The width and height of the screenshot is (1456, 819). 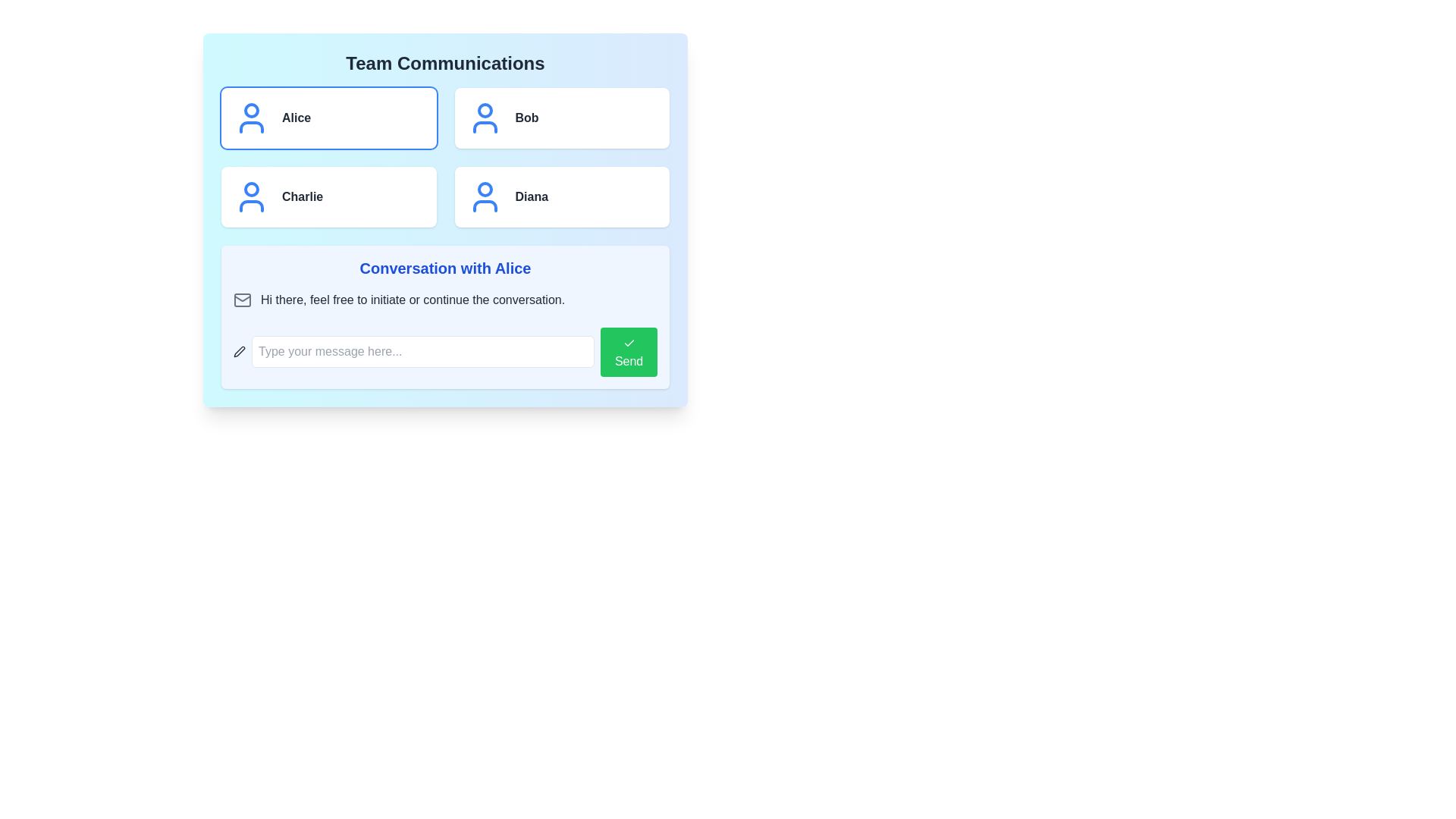 What do you see at coordinates (629, 352) in the screenshot?
I see `the green rectangular button labeled 'Send' with a checkmark icon above the text` at bounding box center [629, 352].